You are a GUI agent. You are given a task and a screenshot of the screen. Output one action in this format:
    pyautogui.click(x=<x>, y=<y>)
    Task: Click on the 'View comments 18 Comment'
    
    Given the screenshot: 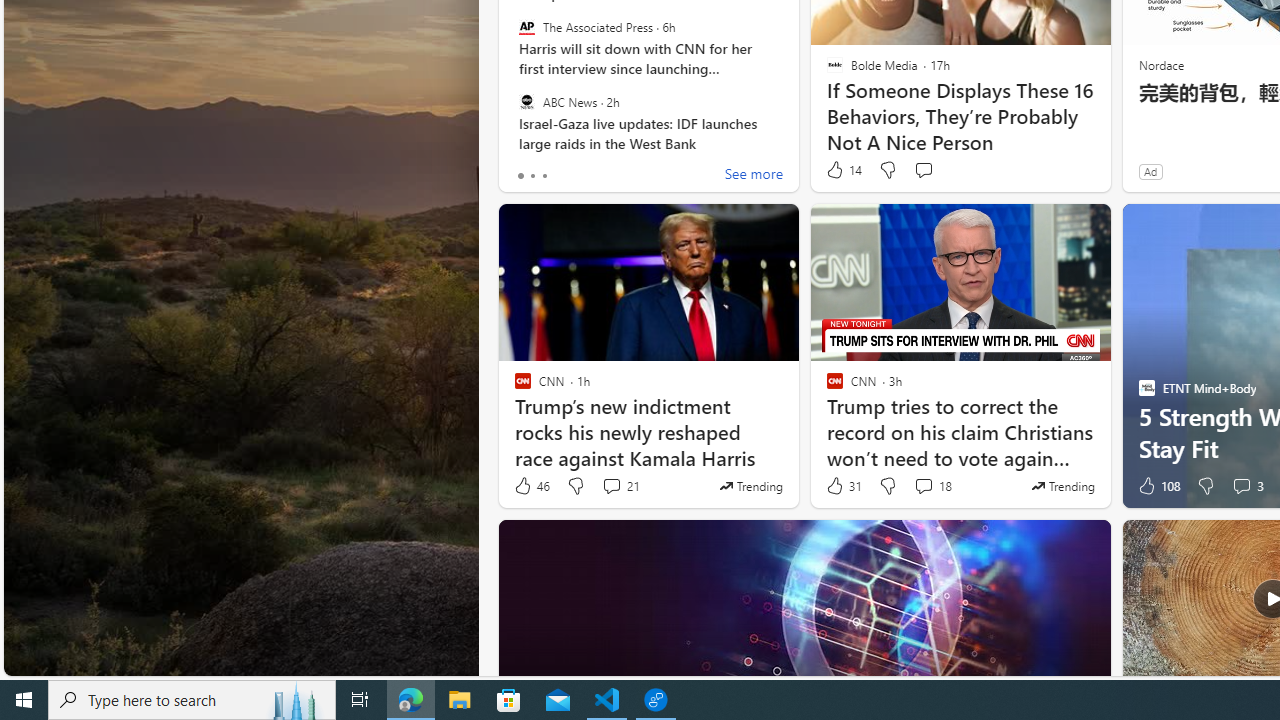 What is the action you would take?
    pyautogui.click(x=931, y=486)
    